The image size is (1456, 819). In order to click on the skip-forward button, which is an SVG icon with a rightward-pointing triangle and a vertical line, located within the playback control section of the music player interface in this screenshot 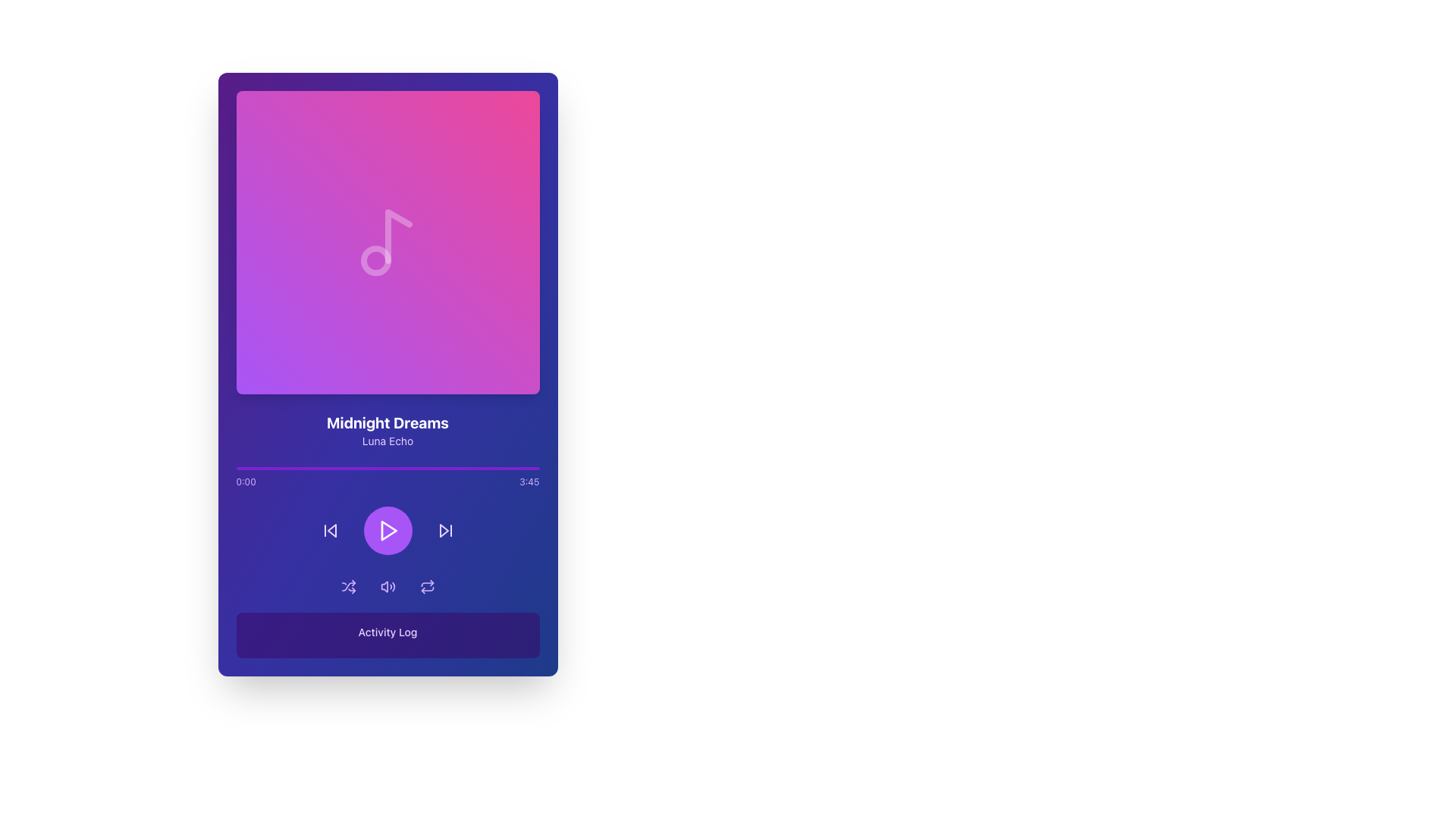, I will do `click(444, 529)`.